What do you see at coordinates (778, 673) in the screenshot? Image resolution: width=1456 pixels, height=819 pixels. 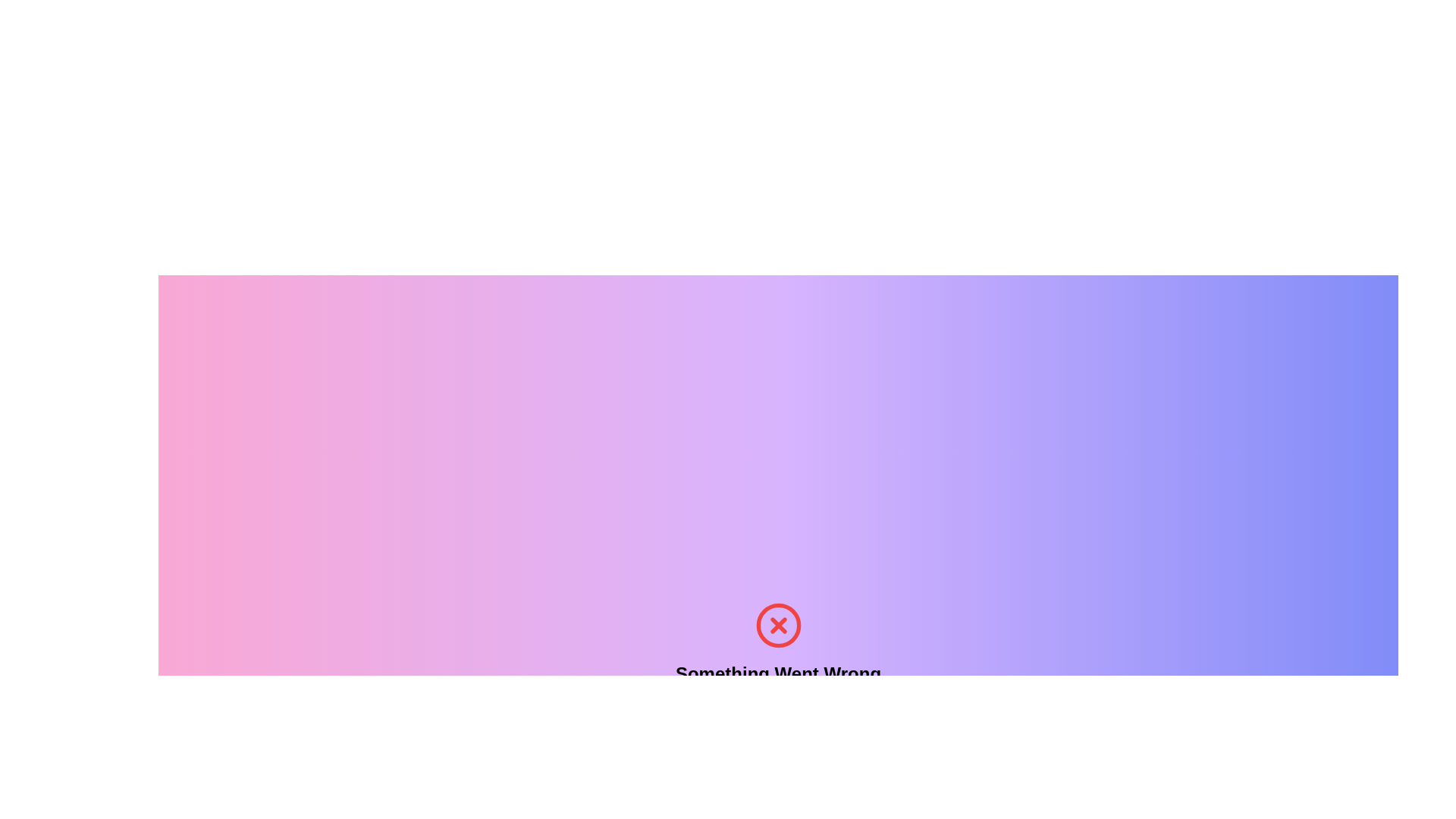 I see `the bold text element displaying 'Something Went Wrong', which is centrally aligned and visually distinct against a gradient background` at bounding box center [778, 673].